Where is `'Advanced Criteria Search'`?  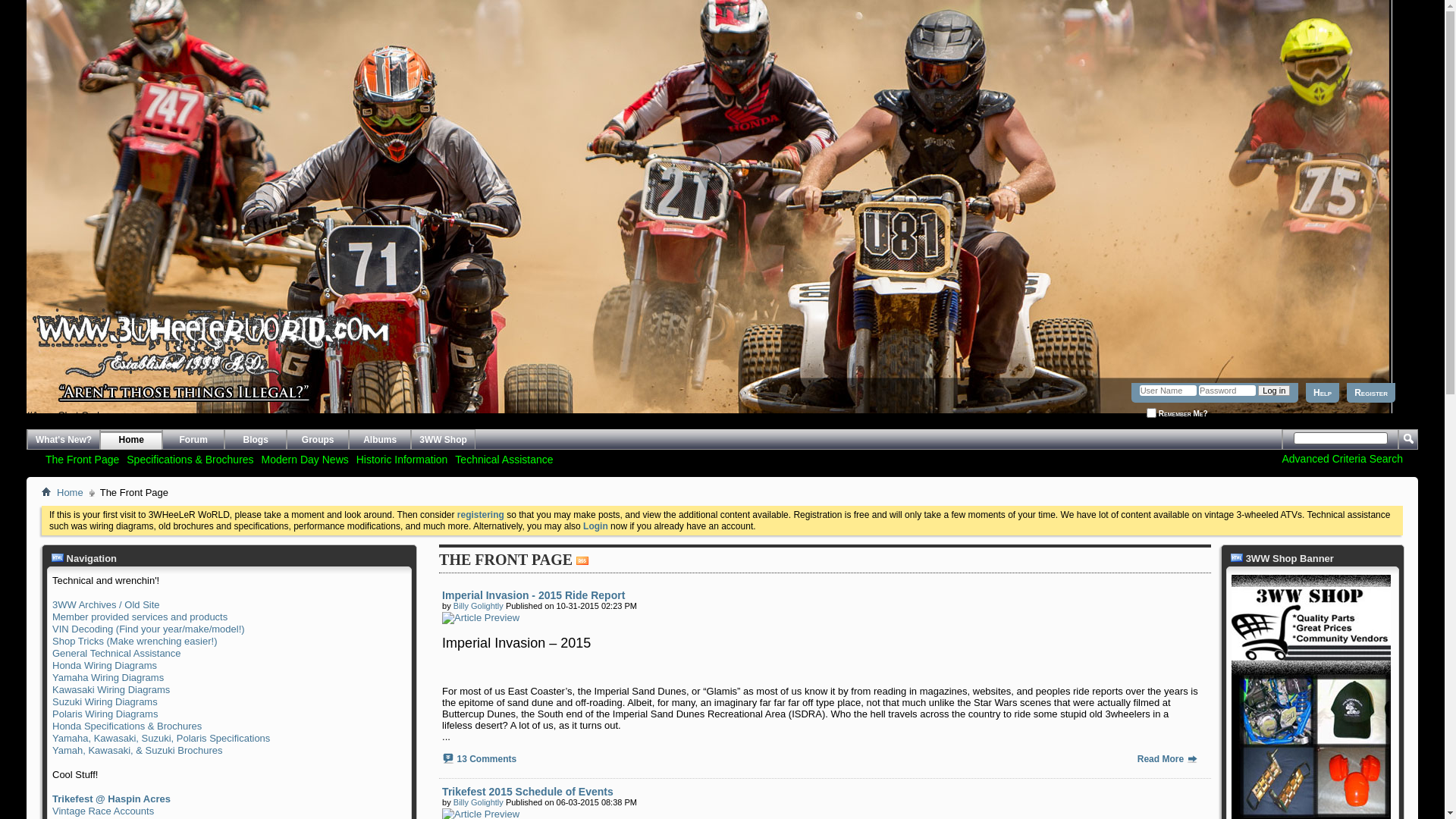 'Advanced Criteria Search' is located at coordinates (1342, 458).